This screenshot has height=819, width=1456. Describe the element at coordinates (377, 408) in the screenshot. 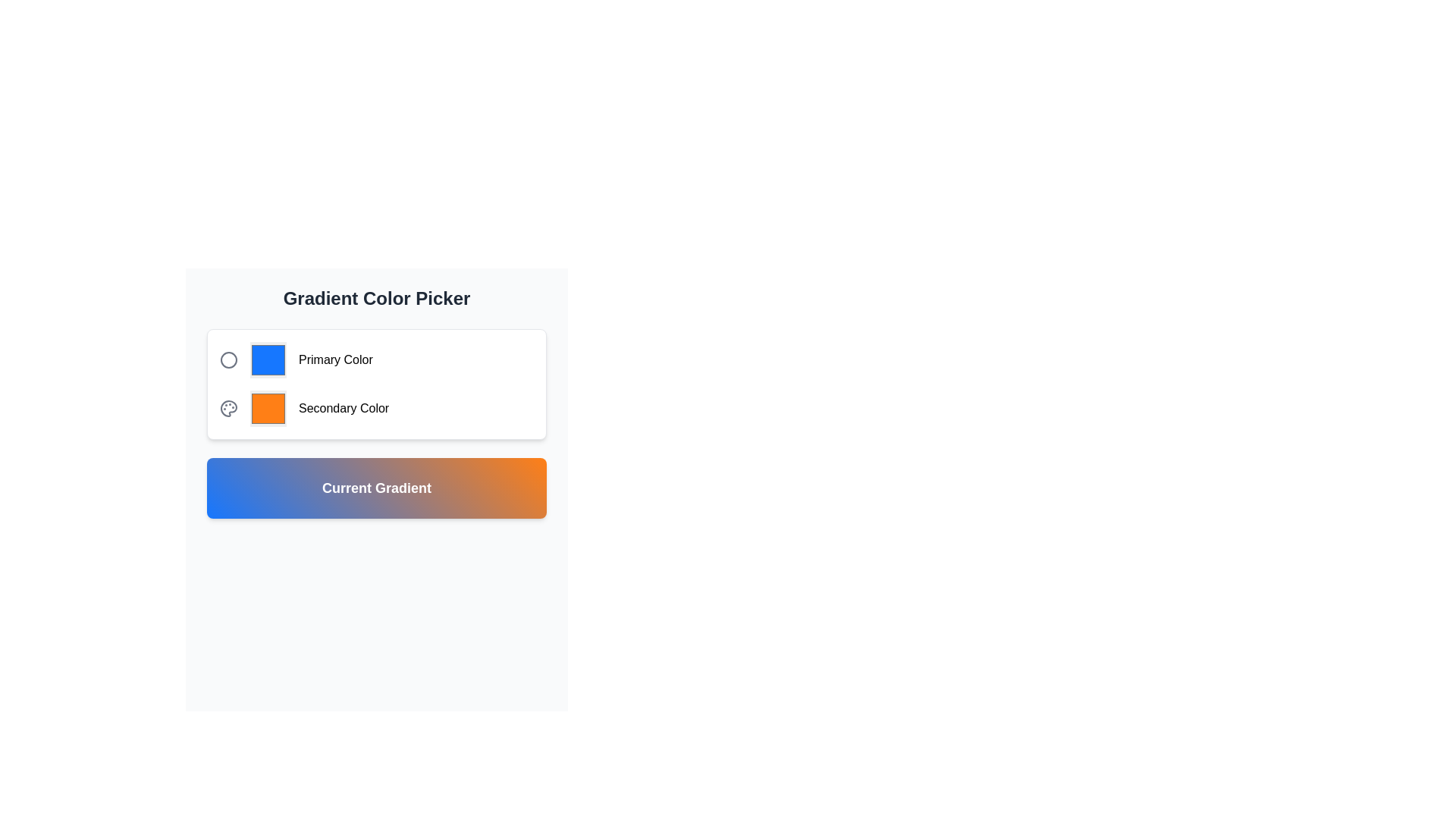

I see `the interactive color input box labeled 'Secondary Color'` at that location.